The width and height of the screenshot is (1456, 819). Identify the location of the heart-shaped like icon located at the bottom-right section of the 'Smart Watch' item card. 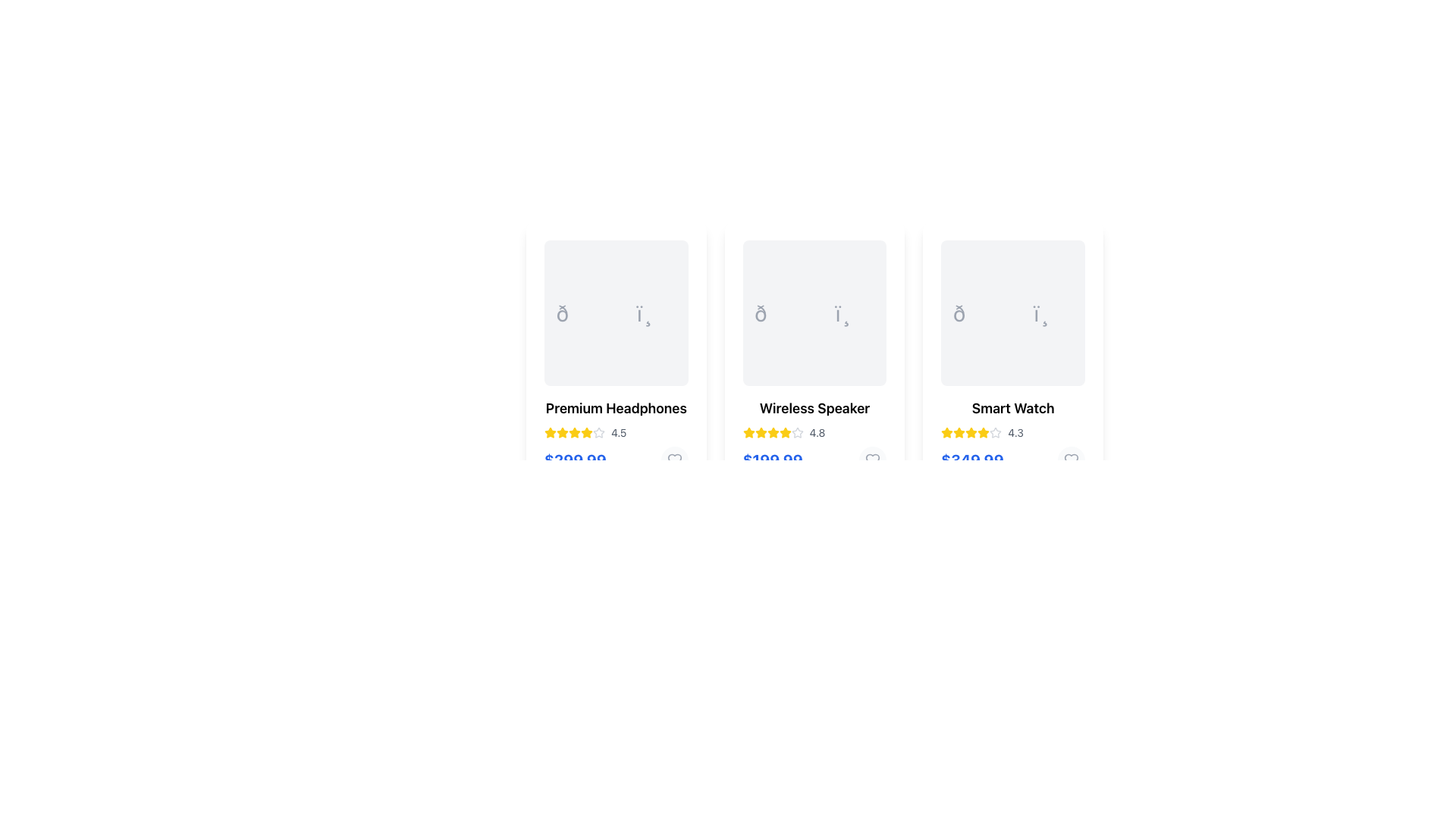
(1070, 459).